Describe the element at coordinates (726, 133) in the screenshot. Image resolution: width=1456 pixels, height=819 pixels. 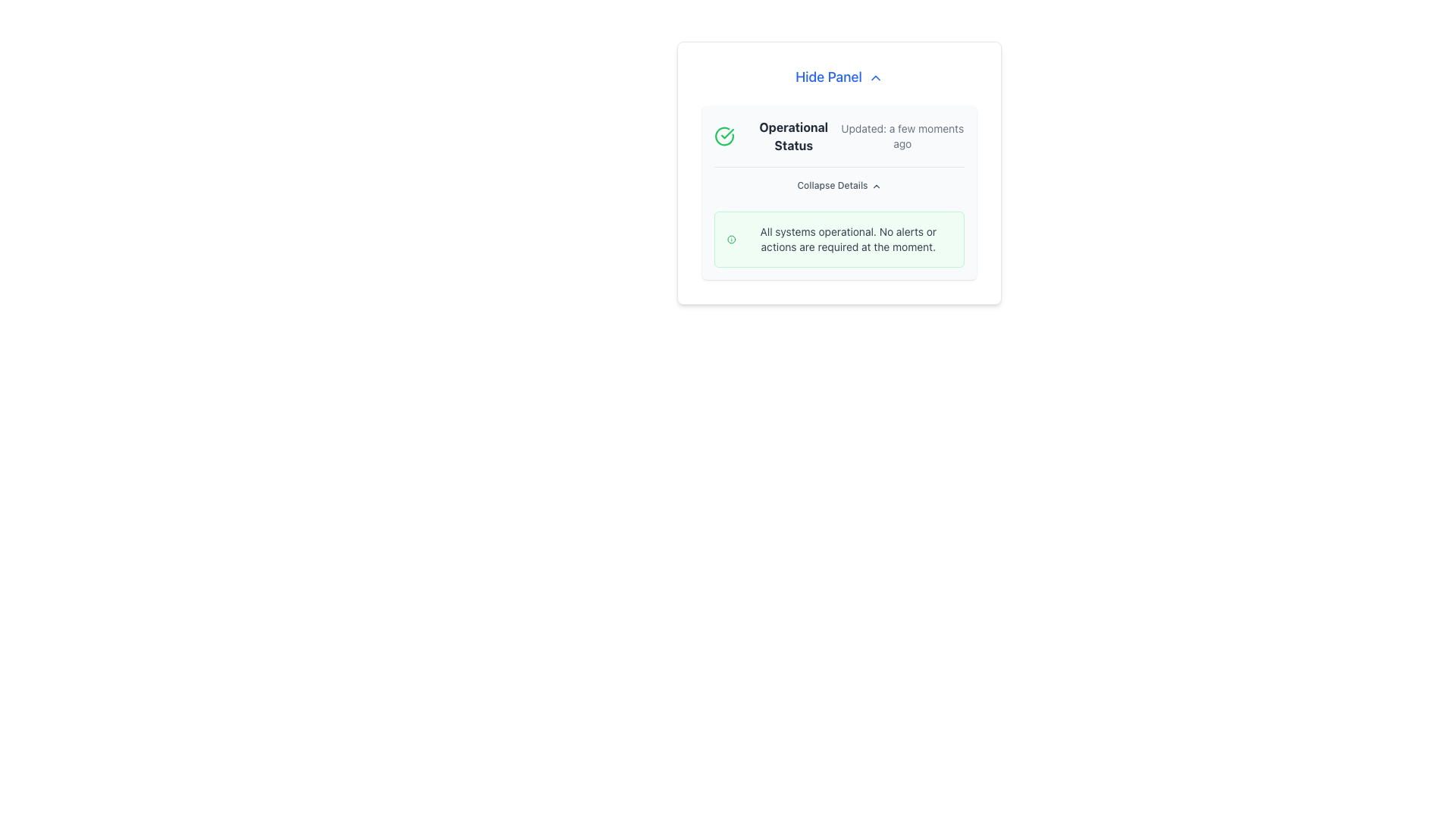
I see `the status indicator icon located in the top-left corner of the 'Operational Status' card, adjacent to the text reading 'Operational Status'` at that location.